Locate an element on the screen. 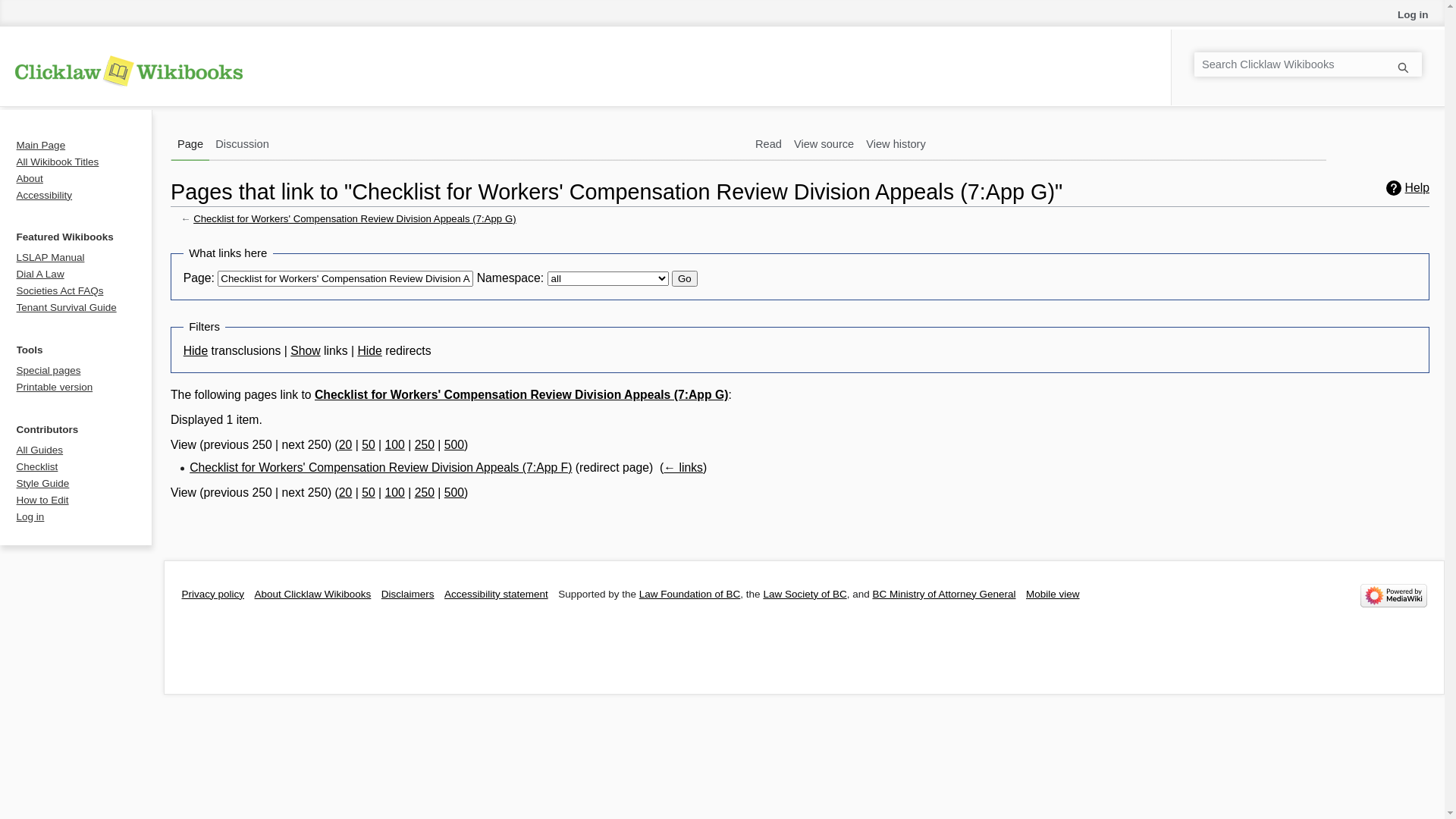 This screenshot has height=819, width=1456. 'Law Society of BC' is located at coordinates (803, 593).